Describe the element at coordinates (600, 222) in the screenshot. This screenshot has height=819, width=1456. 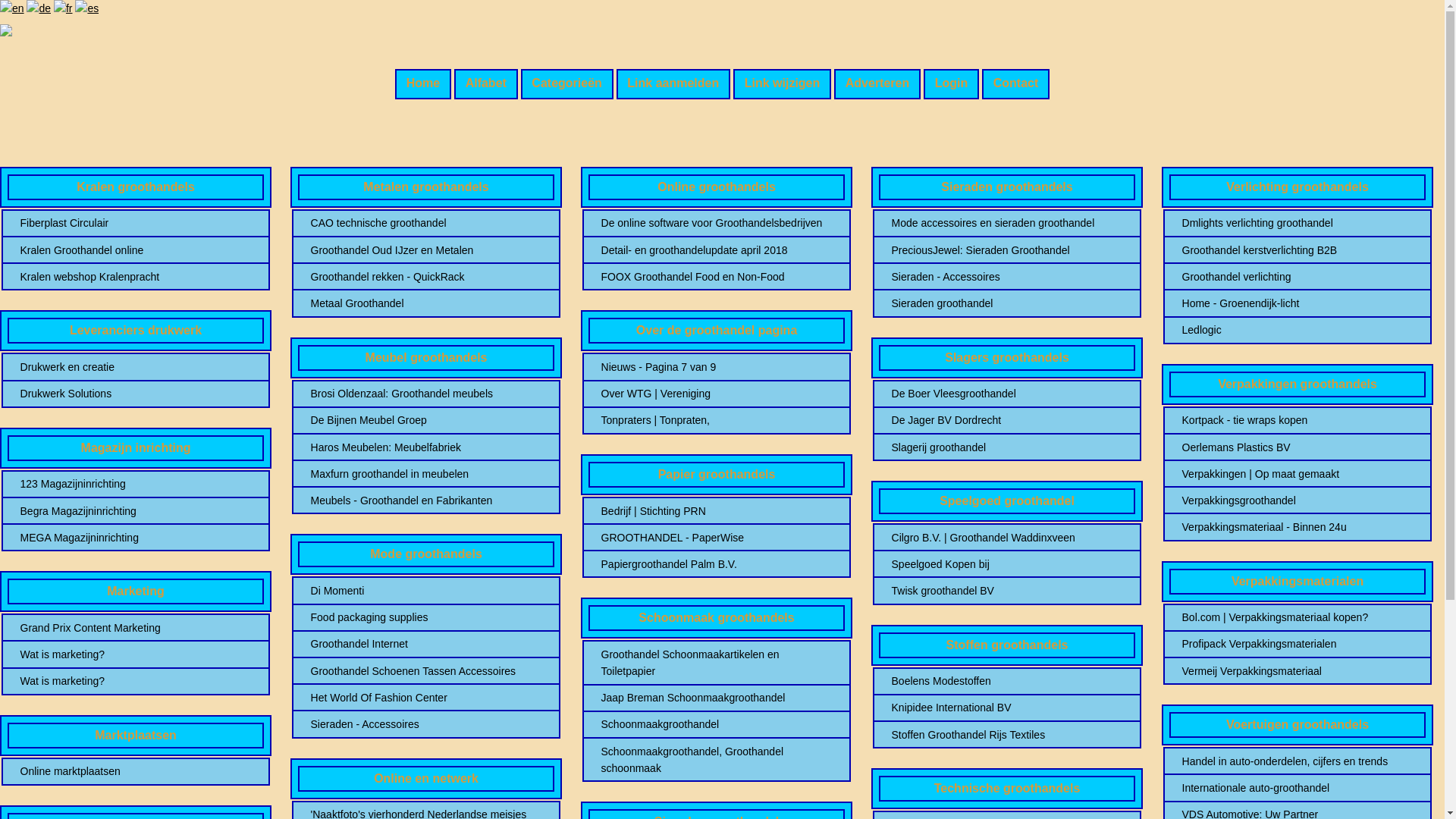
I see `'De online software voor Groothandelsbedrijven'` at that location.